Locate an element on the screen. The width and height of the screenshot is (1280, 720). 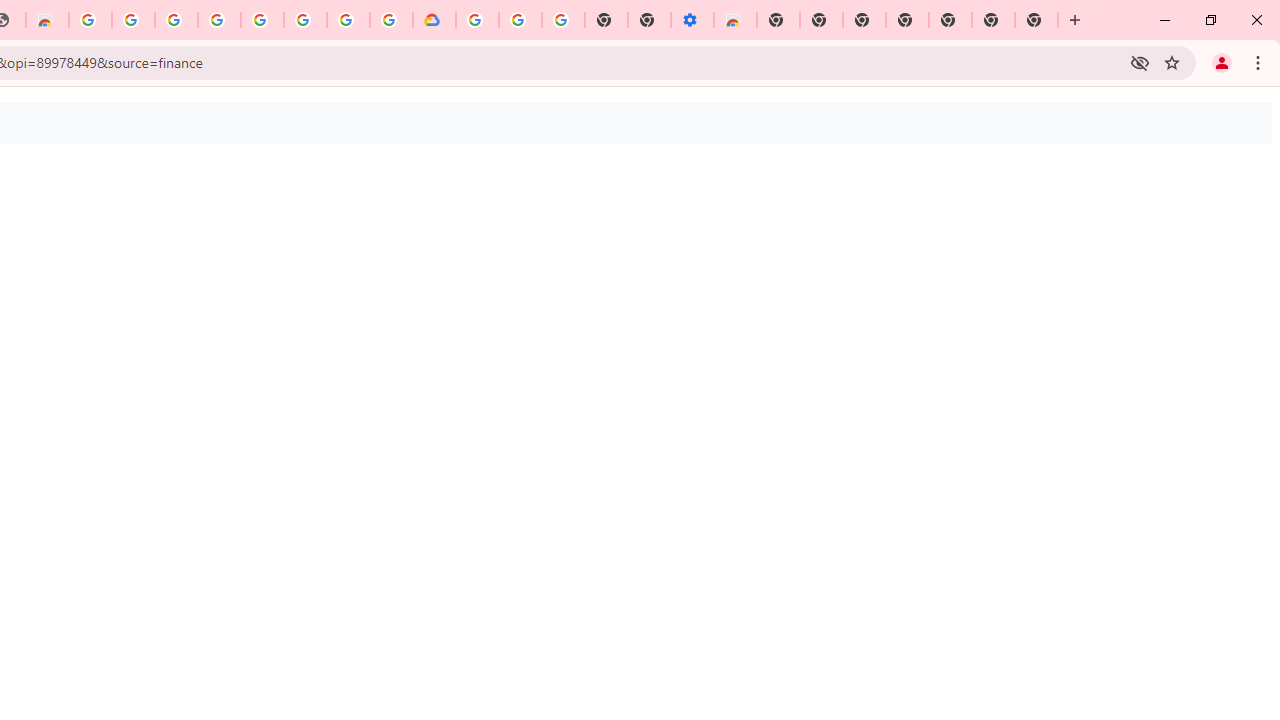
'Chrome Web Store - Accessibility extensions' is located at coordinates (734, 20).